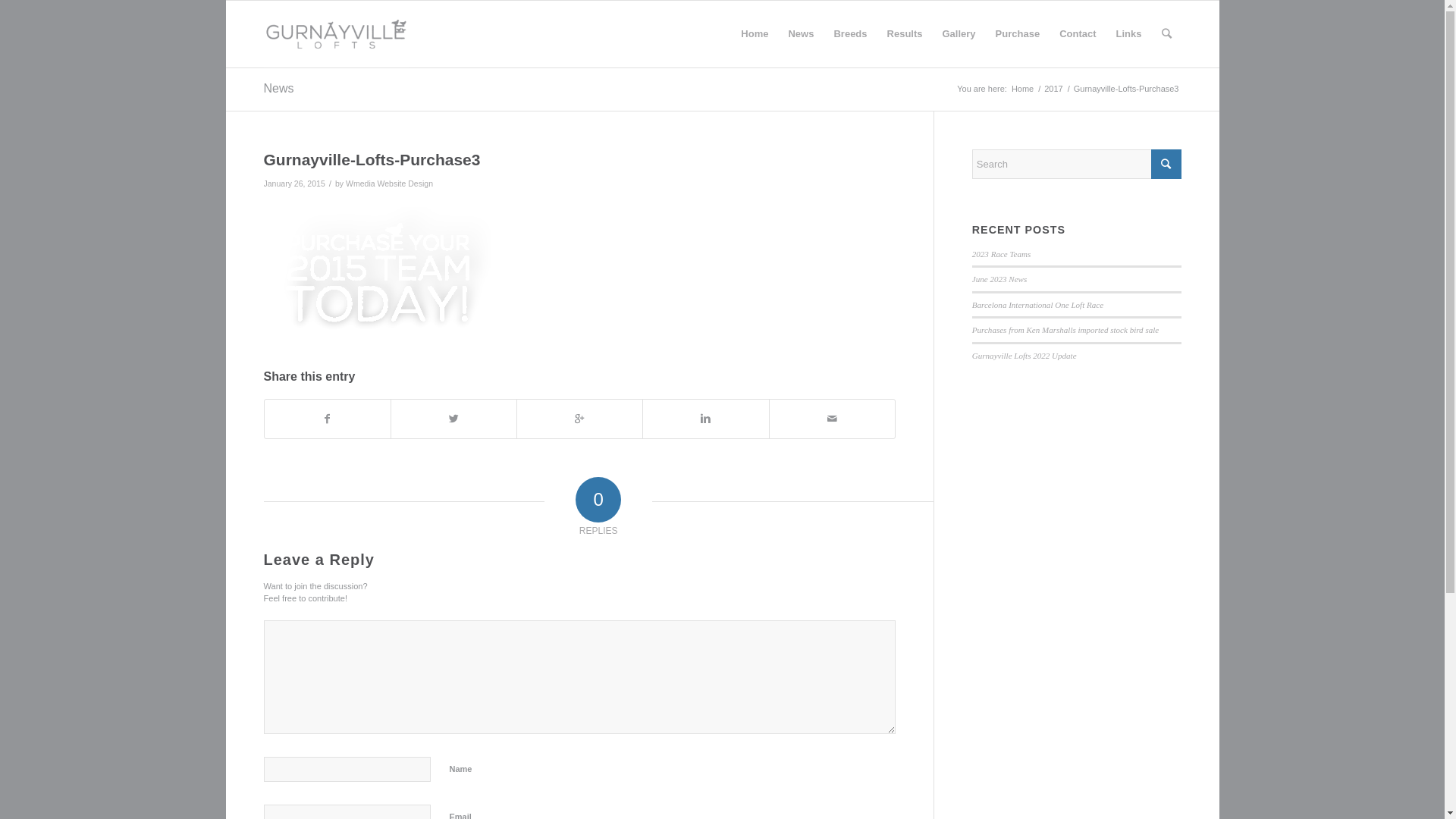 This screenshot has width=1456, height=819. Describe the element at coordinates (1052, 89) in the screenshot. I see `'2017'` at that location.